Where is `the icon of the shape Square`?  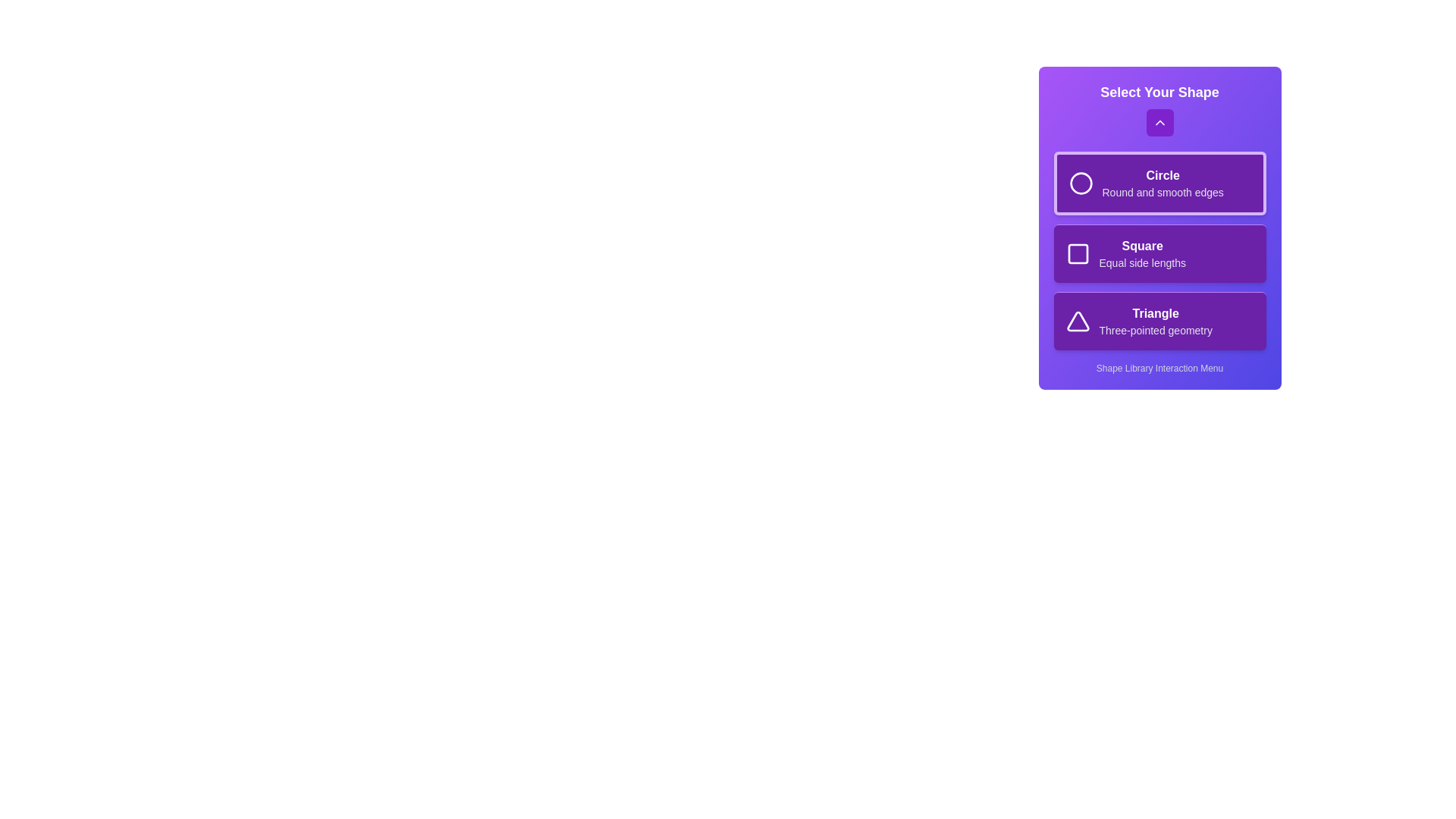
the icon of the shape Square is located at coordinates (1077, 253).